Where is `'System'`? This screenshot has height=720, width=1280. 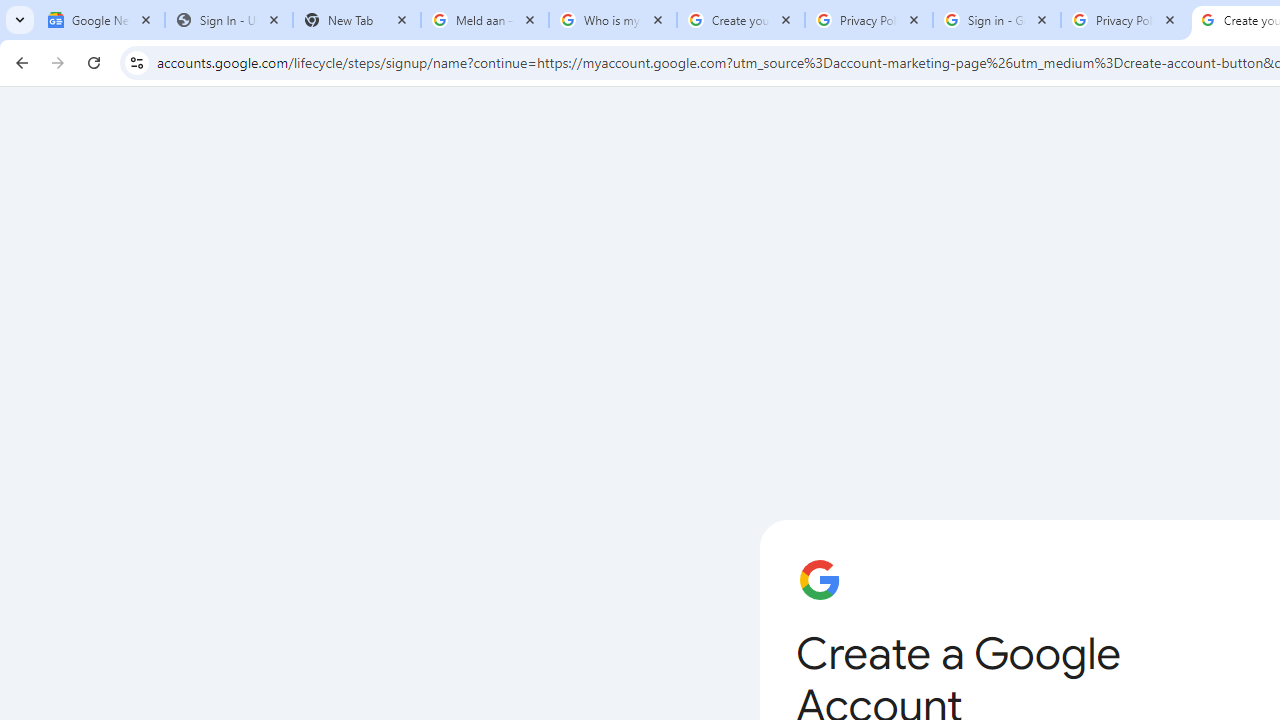
'System' is located at coordinates (10, 11).